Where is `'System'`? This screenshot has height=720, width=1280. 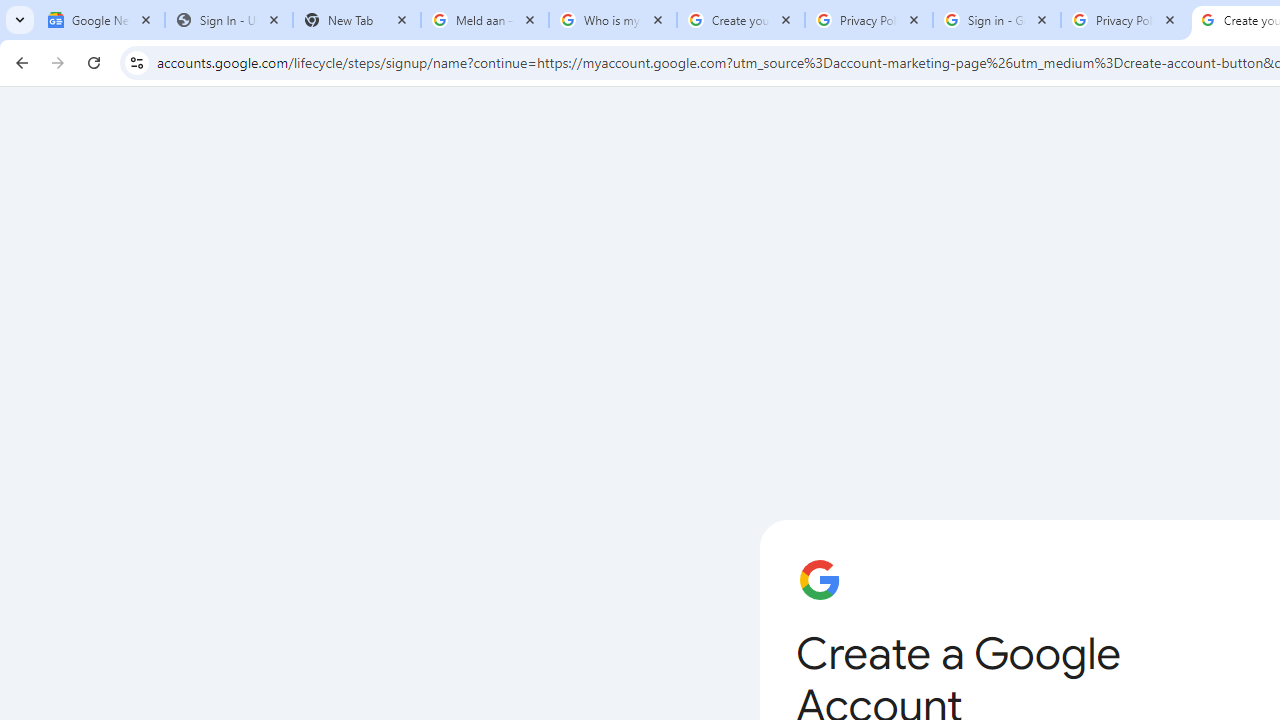
'System' is located at coordinates (10, 11).